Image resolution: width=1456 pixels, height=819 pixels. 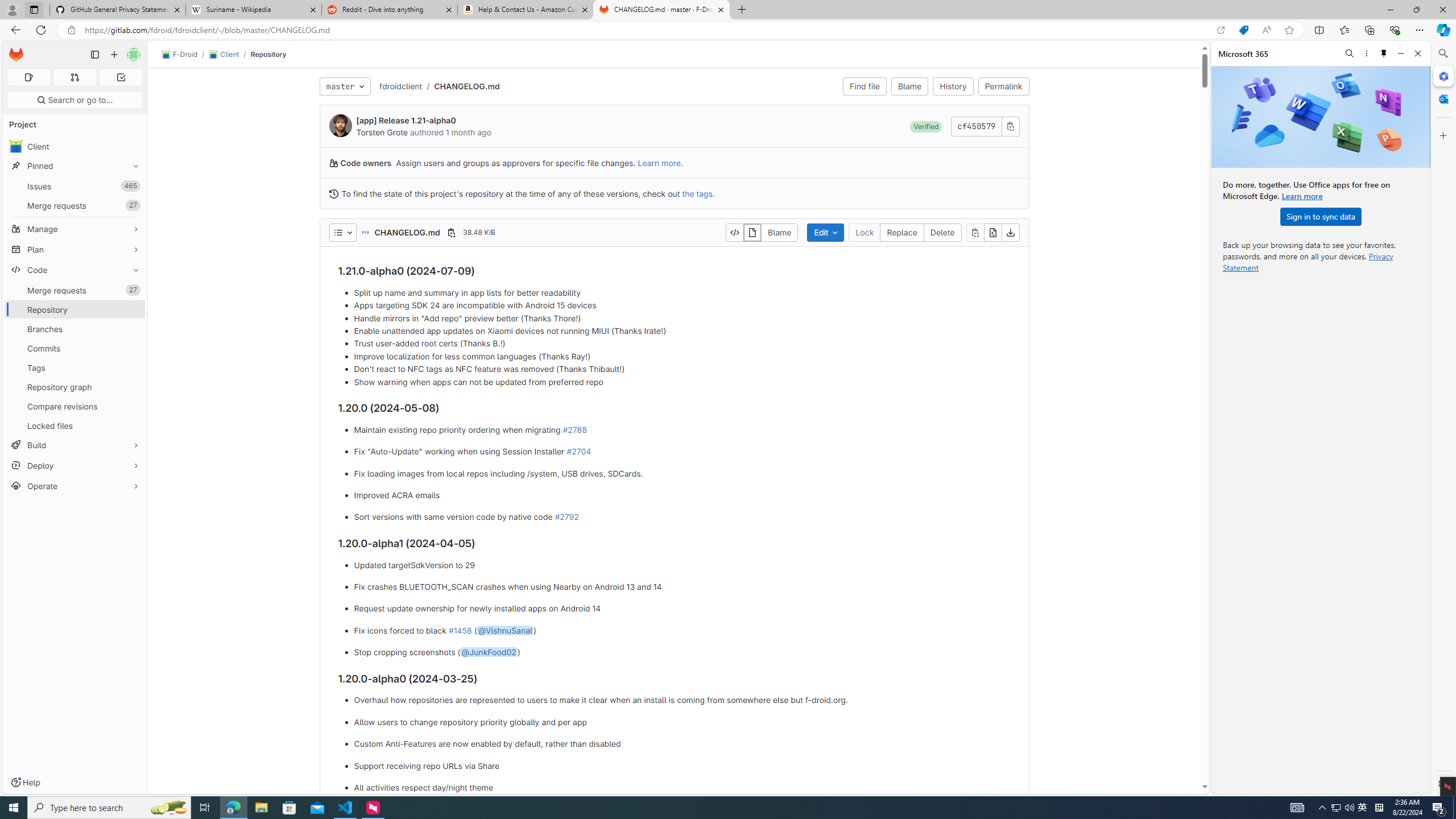 I want to click on 'Display source', so click(x=734, y=231).